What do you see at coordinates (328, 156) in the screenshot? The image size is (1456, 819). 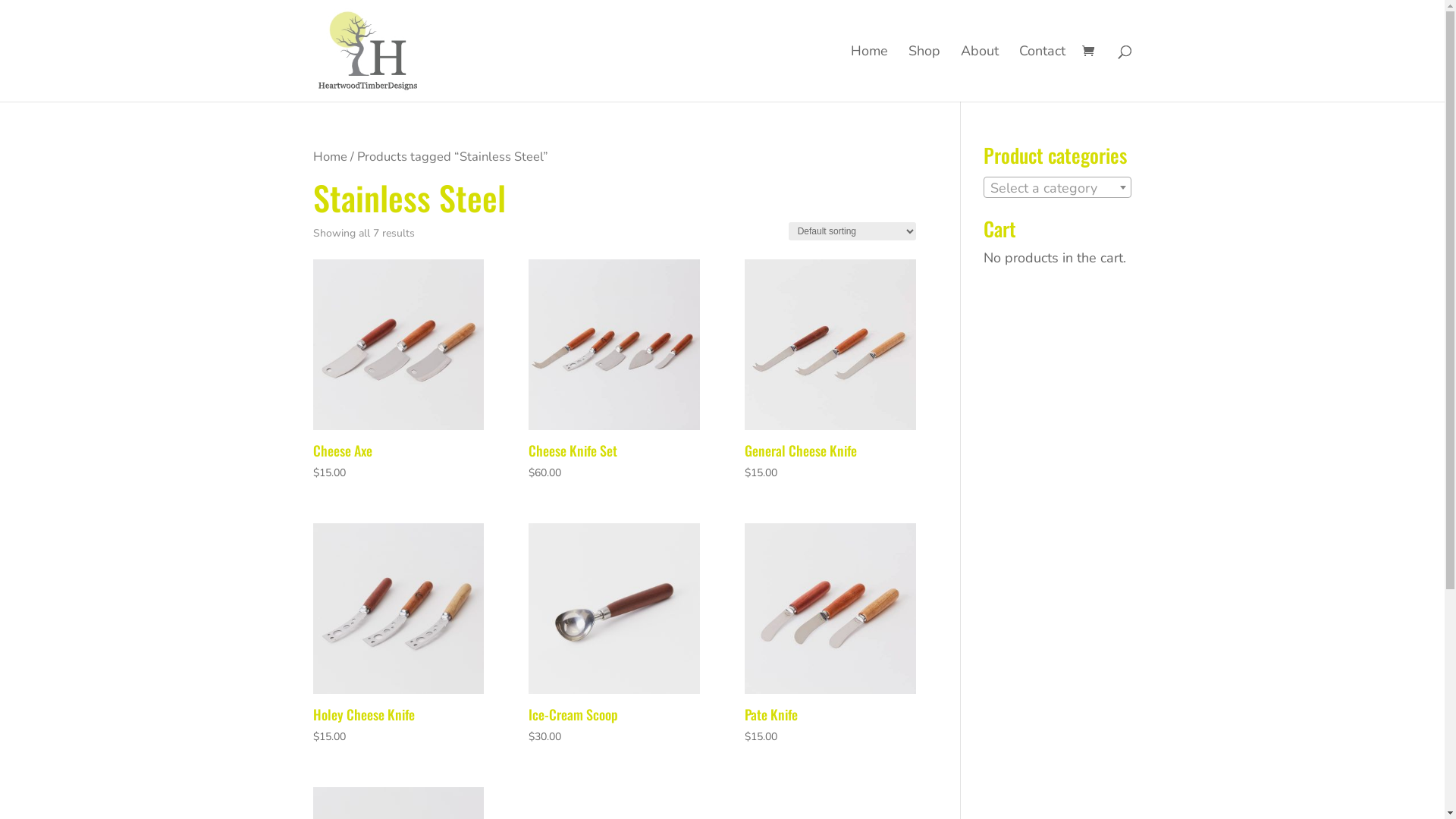 I see `'Home'` at bounding box center [328, 156].